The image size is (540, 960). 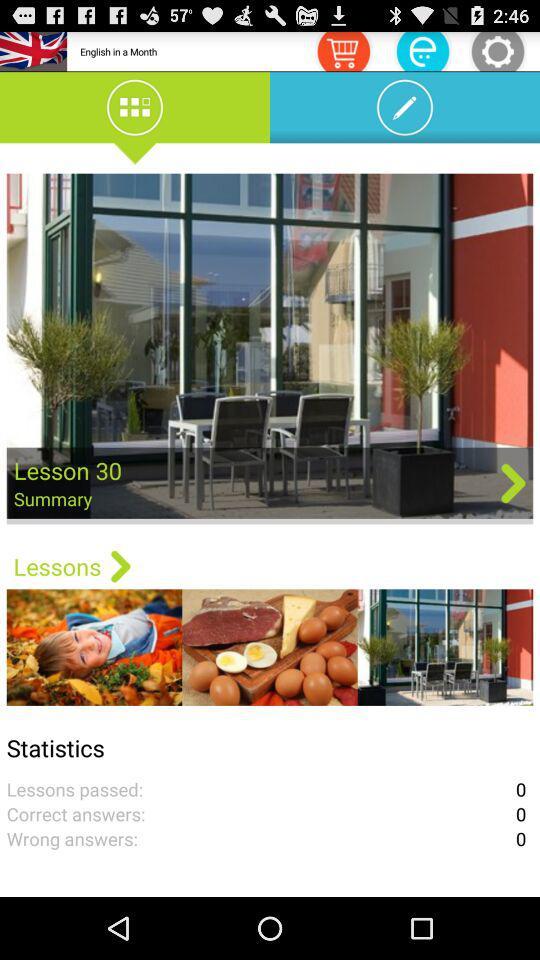 What do you see at coordinates (342, 50) in the screenshot?
I see `icon next to the english in a icon` at bounding box center [342, 50].